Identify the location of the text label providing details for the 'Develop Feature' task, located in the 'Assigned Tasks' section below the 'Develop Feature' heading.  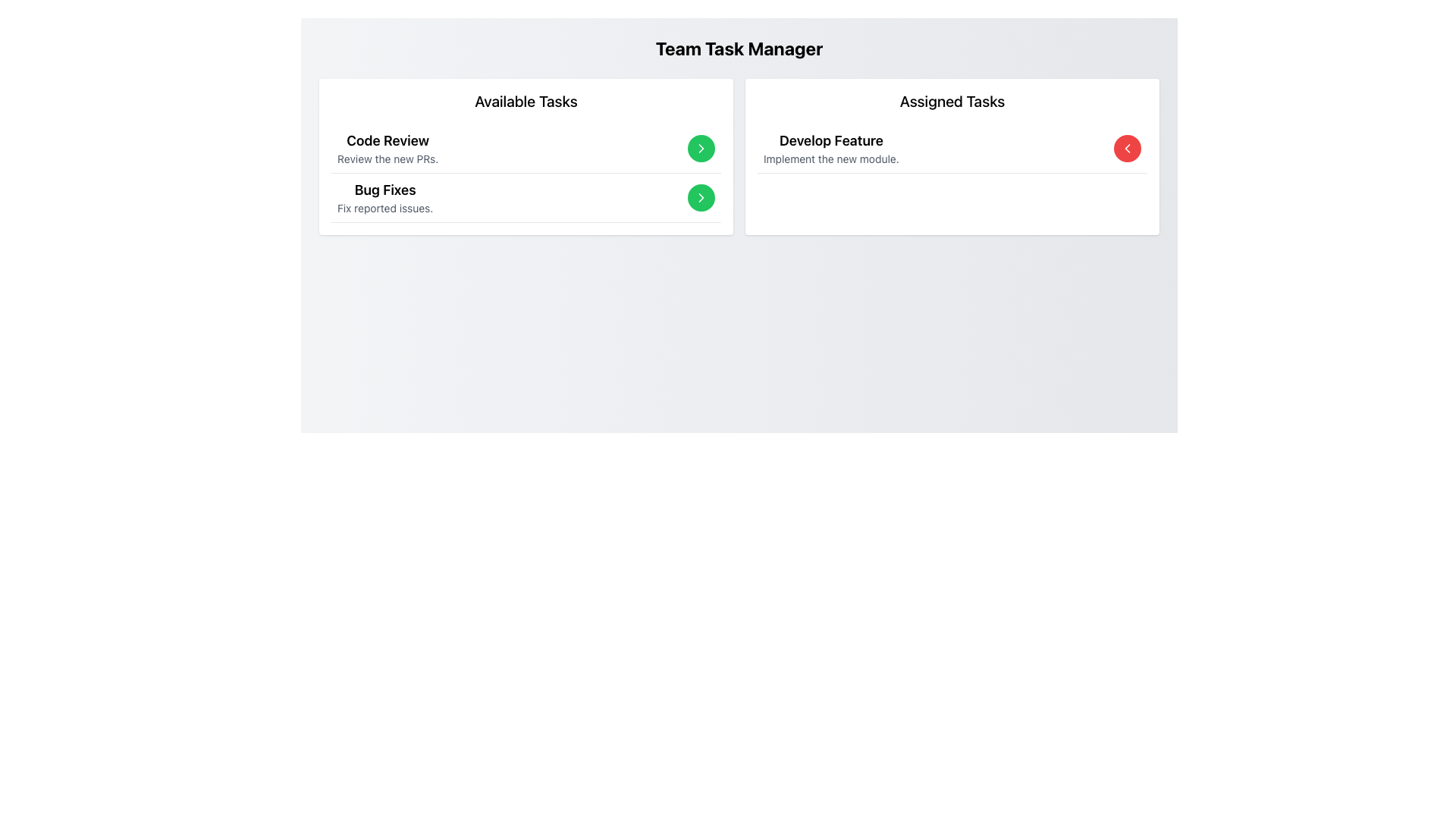
(830, 158).